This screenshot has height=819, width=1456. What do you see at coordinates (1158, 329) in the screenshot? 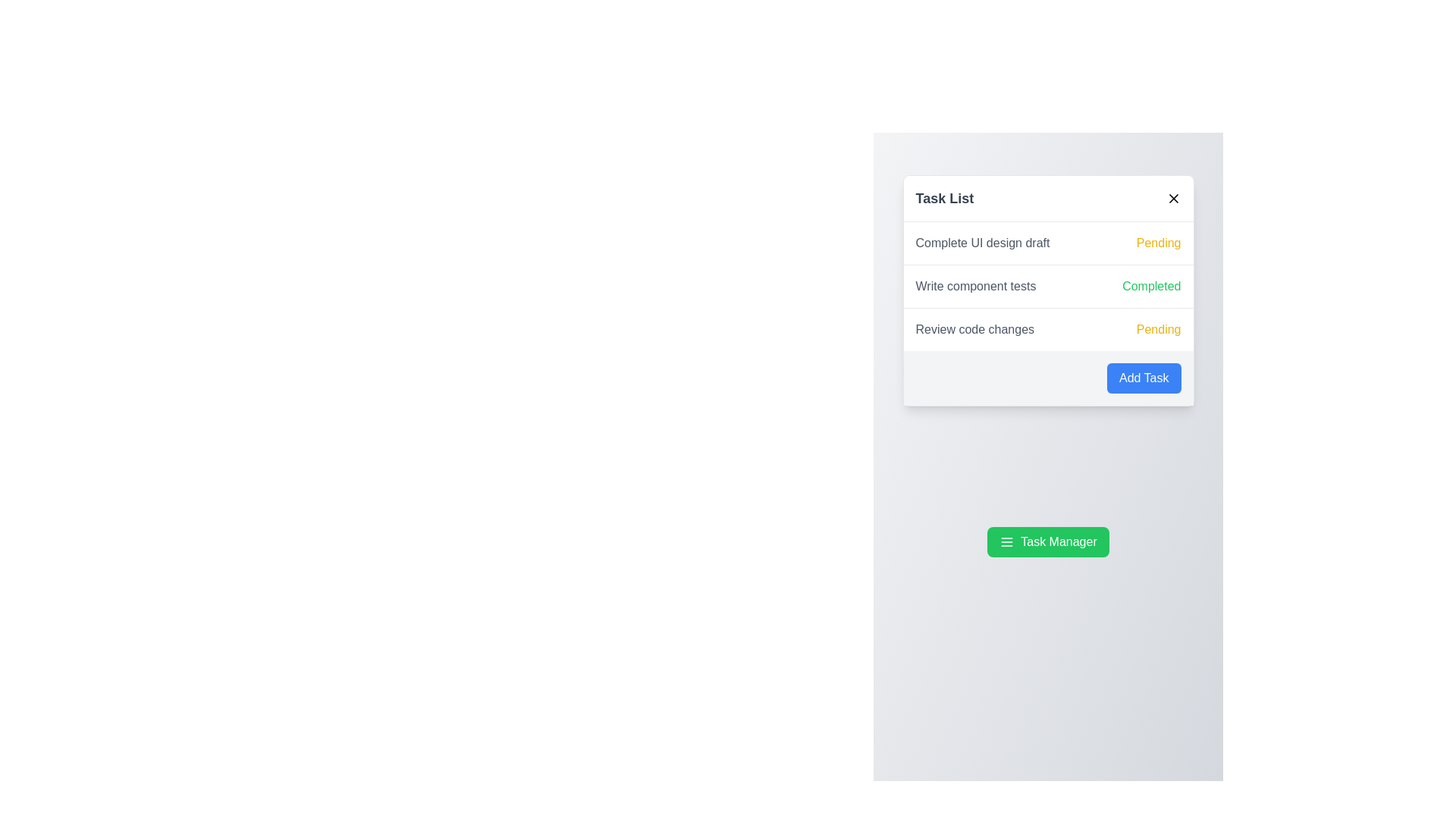
I see `the 'Pending' status label indicating the current state of the task 'Review code changes', which is aligned to the right edge of its row` at bounding box center [1158, 329].